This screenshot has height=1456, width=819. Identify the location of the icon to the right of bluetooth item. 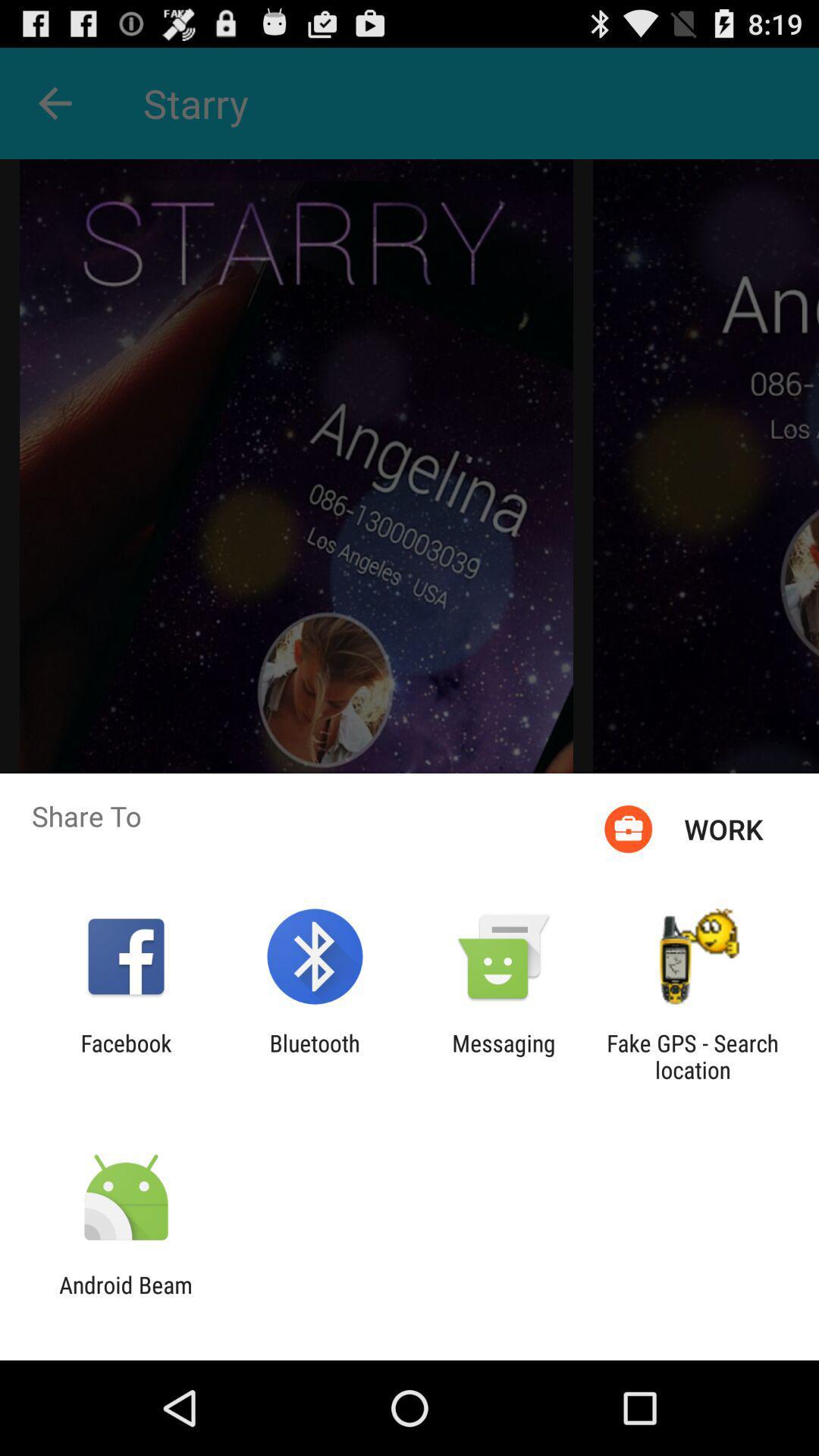
(504, 1056).